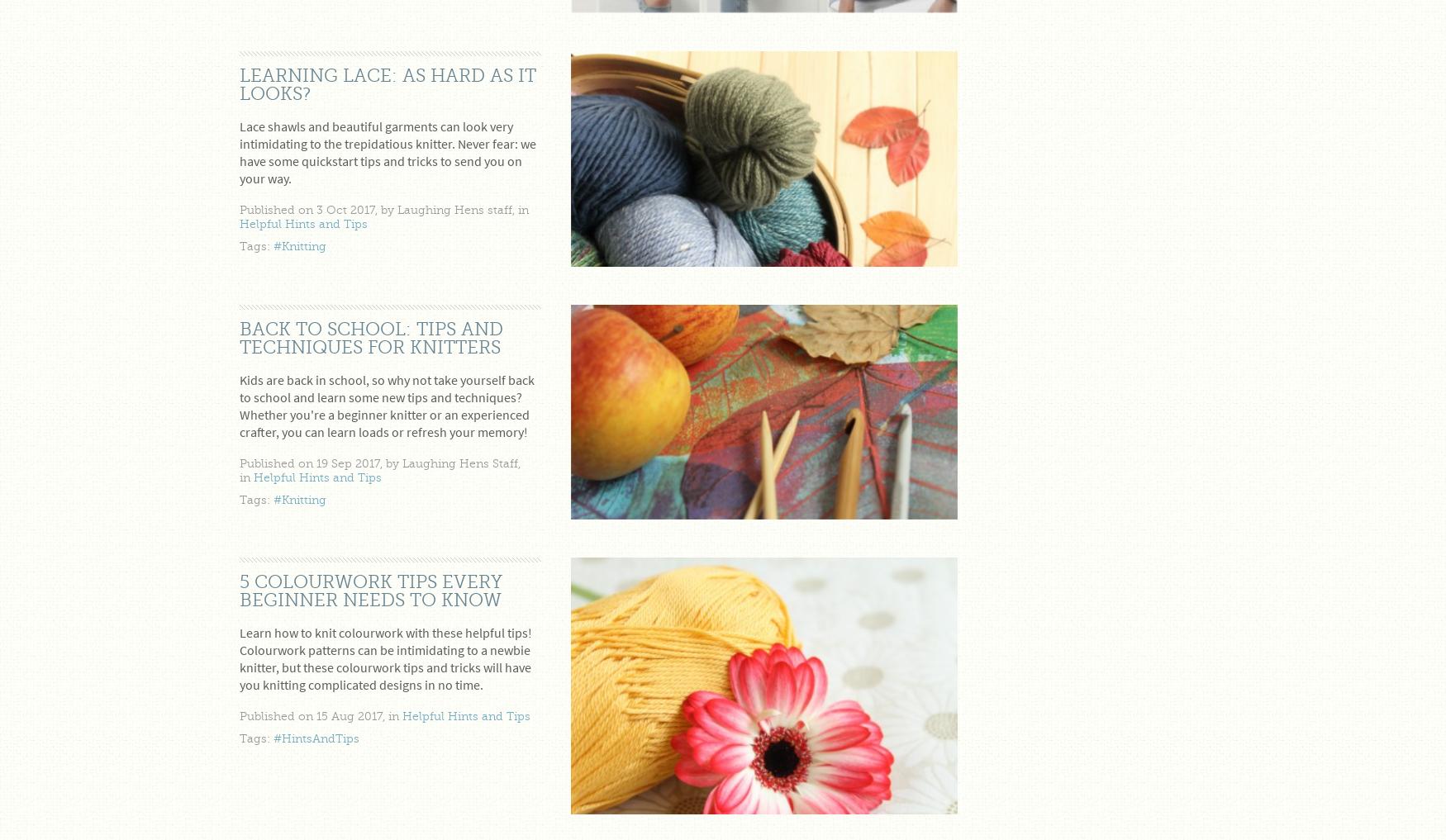  I want to click on 'Learning lace: as hard as it looks?', so click(388, 83).